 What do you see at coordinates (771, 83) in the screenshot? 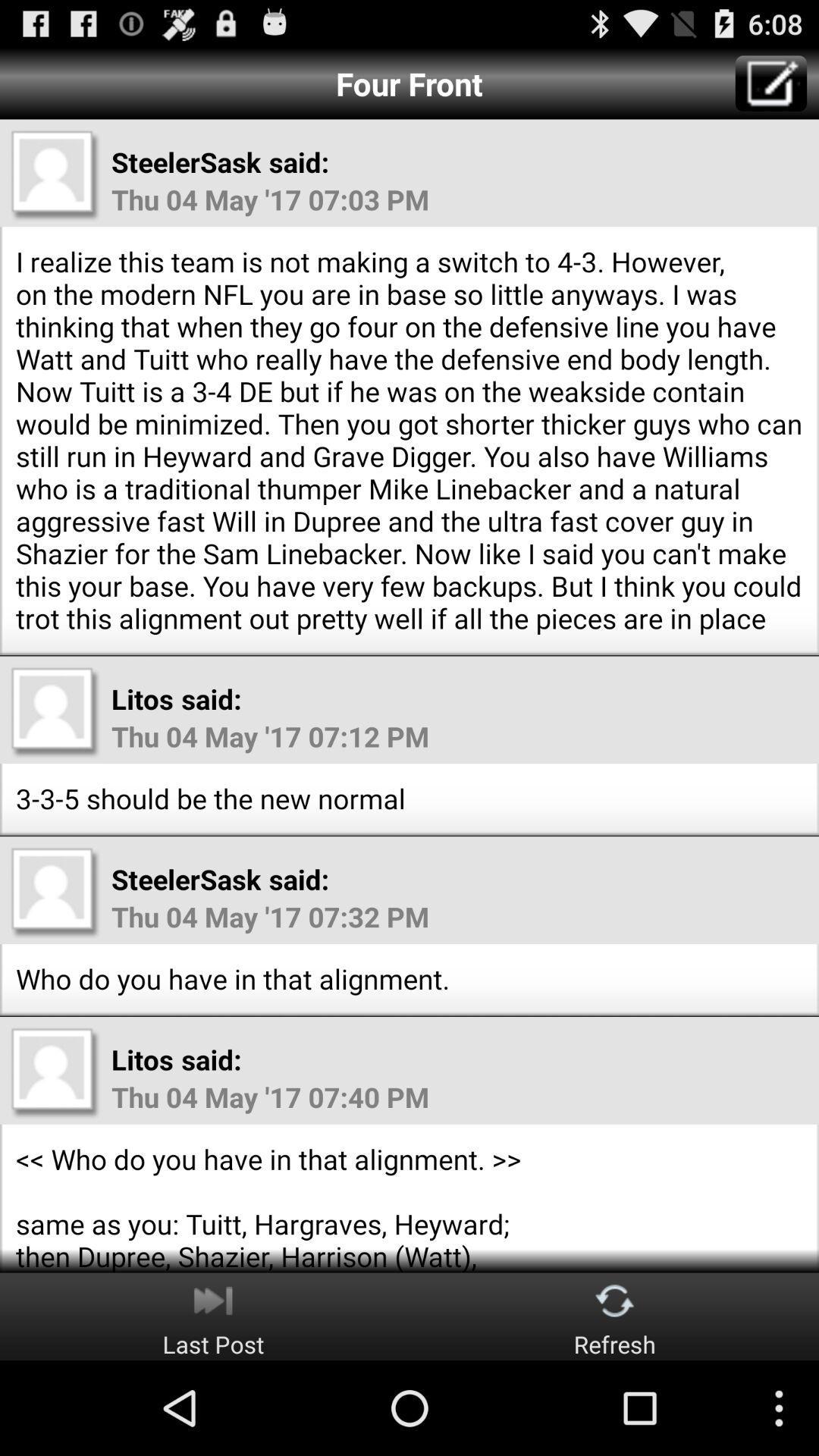
I see `the item above said: item` at bounding box center [771, 83].